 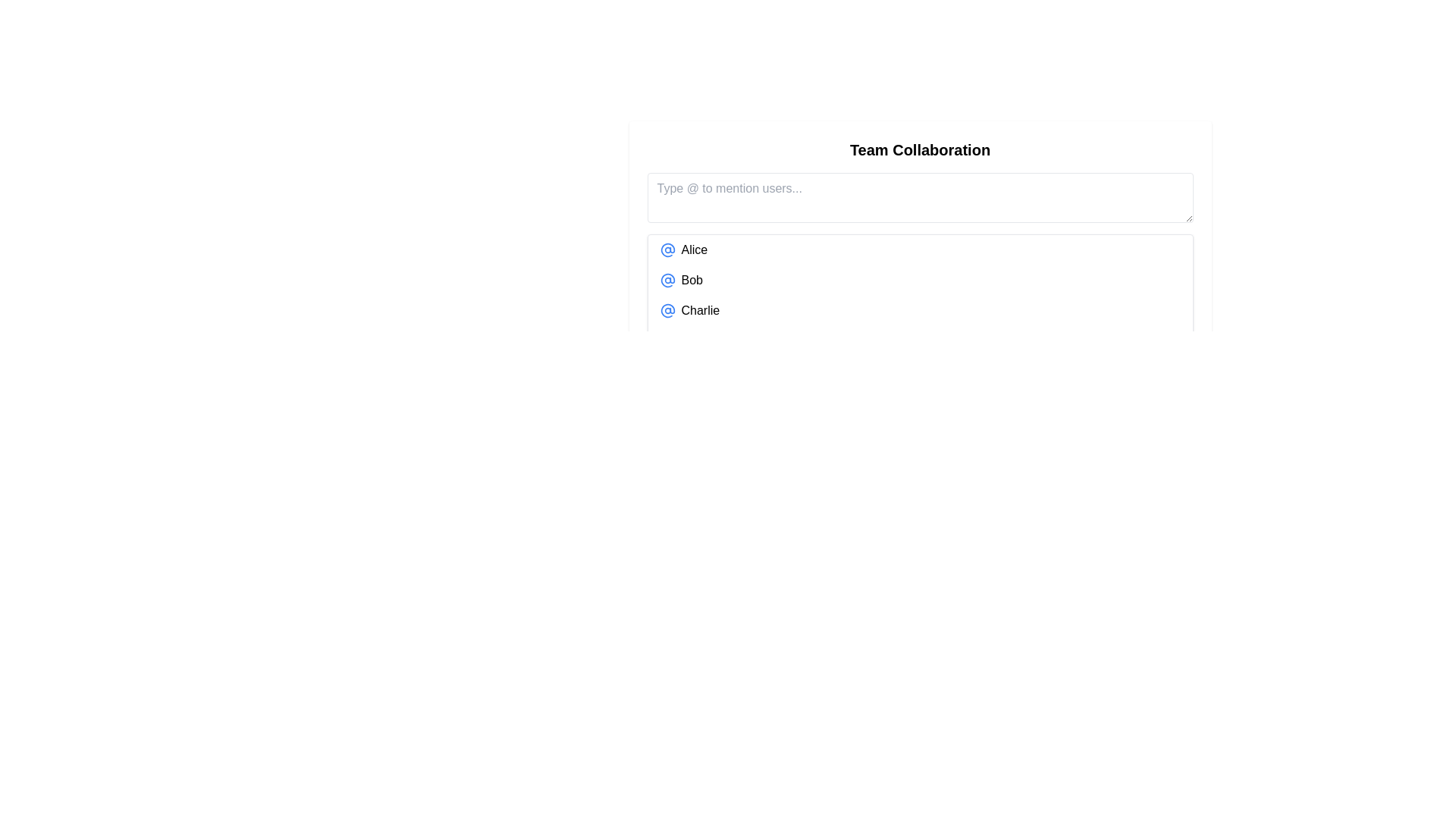 I want to click on the '@' icon used for tagging or referencing the user named Charlie, which is located to the far left of the label 'Charlie' in a list format, so click(x=667, y=309).